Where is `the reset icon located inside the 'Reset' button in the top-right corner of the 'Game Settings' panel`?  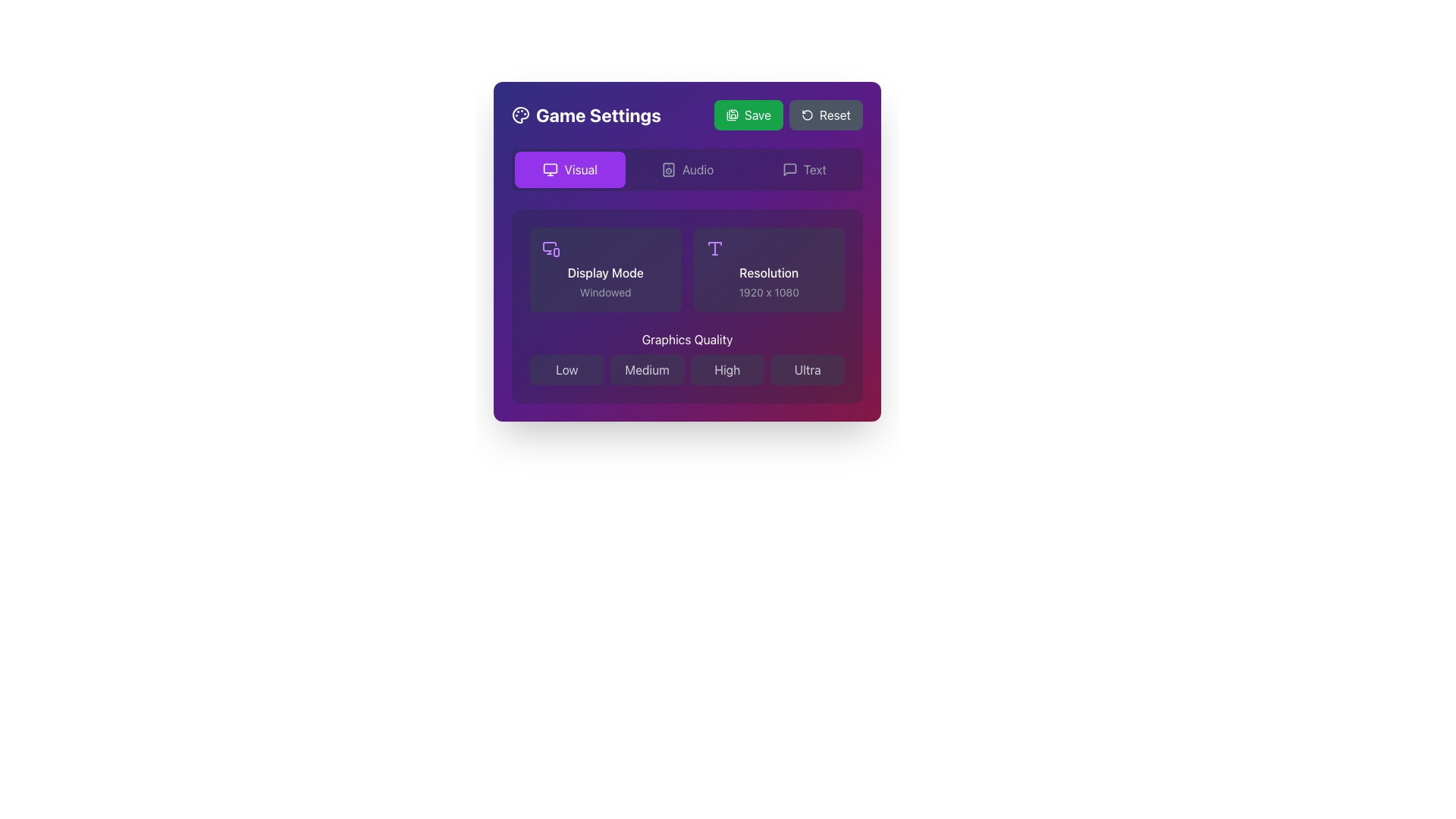
the reset icon located inside the 'Reset' button in the top-right corner of the 'Game Settings' panel is located at coordinates (806, 114).